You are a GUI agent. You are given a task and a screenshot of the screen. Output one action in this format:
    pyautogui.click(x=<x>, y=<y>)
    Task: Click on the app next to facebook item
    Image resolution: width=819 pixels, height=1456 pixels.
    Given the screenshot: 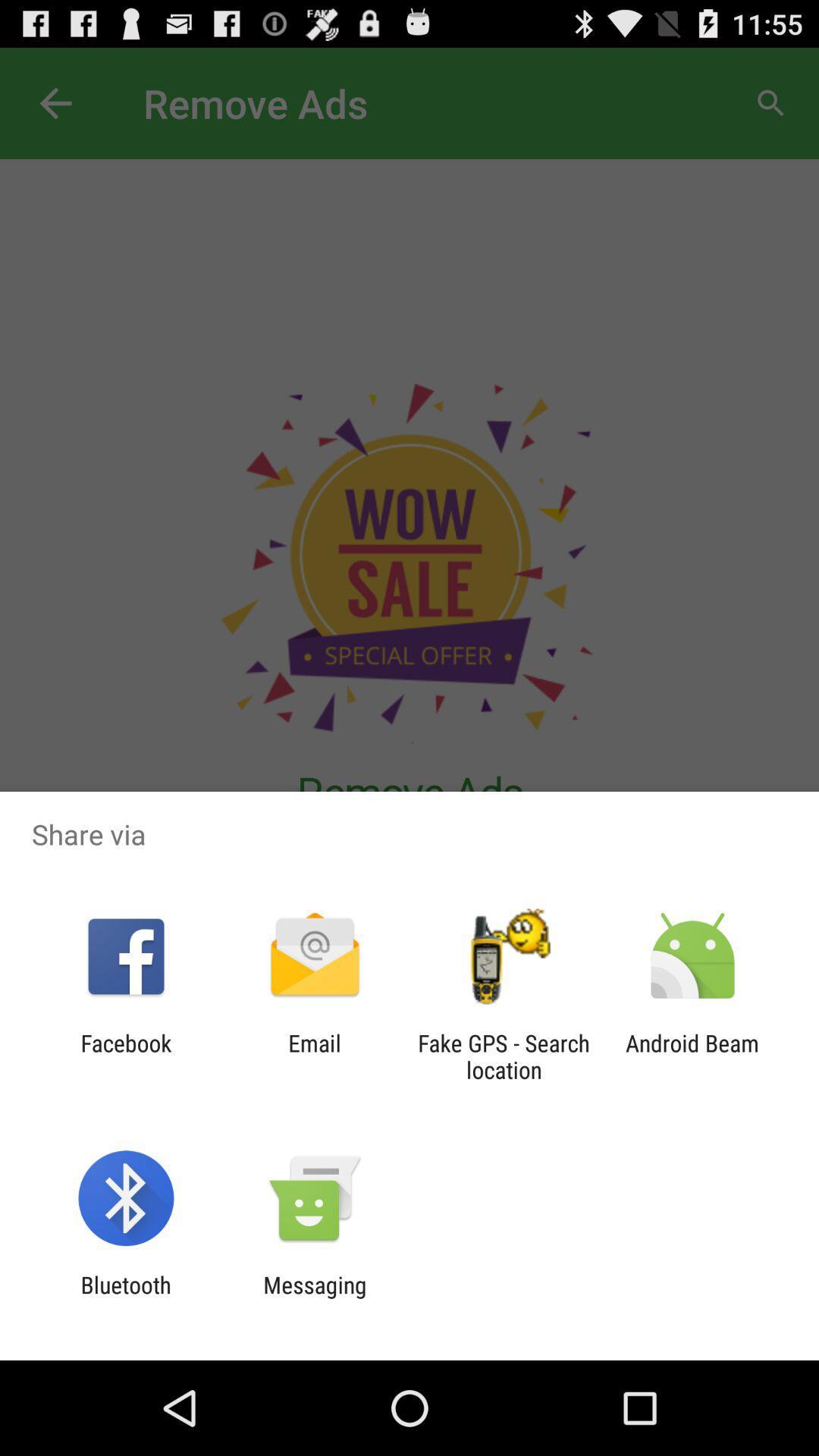 What is the action you would take?
    pyautogui.click(x=314, y=1056)
    